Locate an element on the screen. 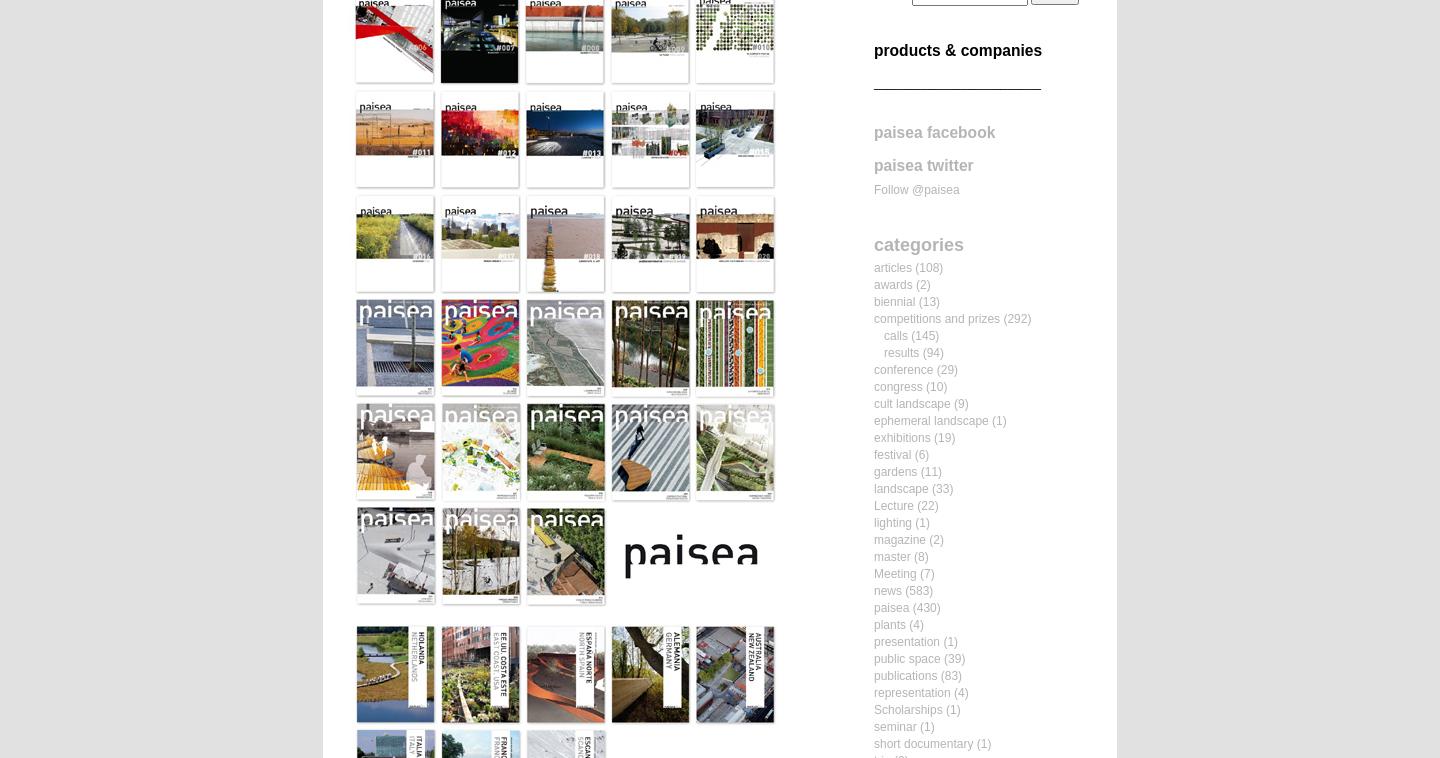 The image size is (1440, 758). 'competitions and prizes' is located at coordinates (937, 318).